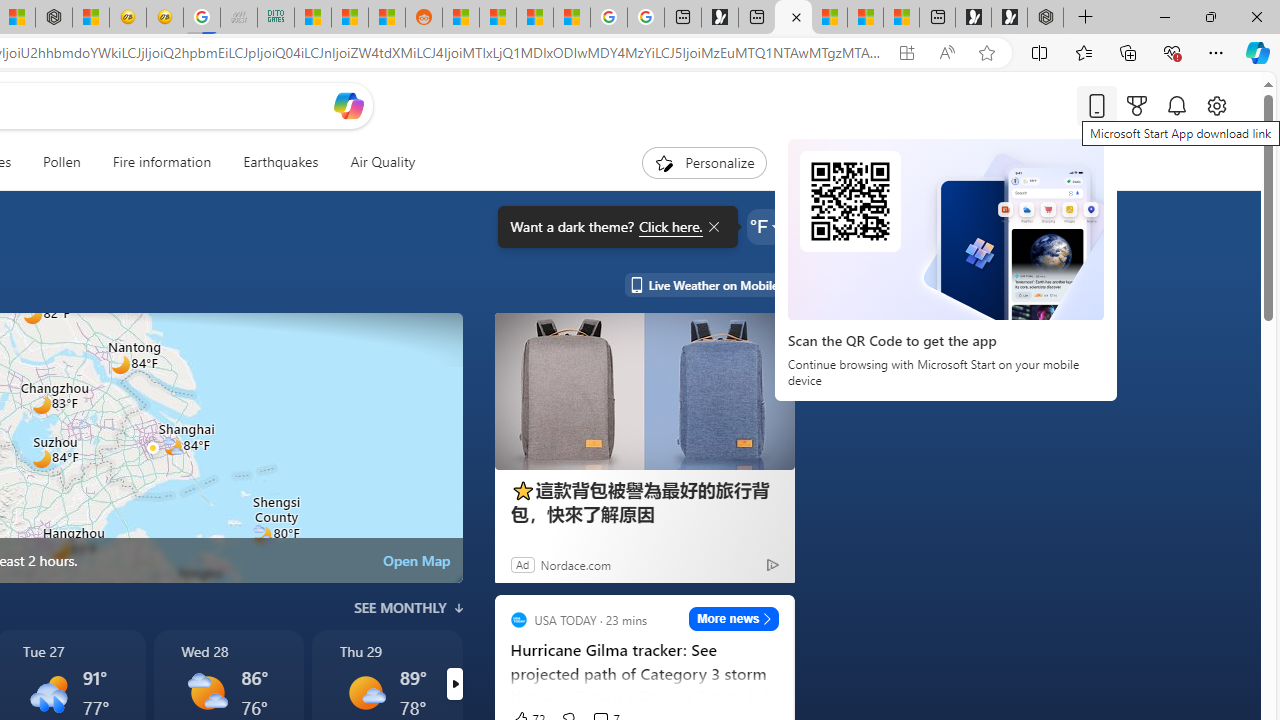 This screenshot has height=720, width=1280. I want to click on 'Nordace - Nordace Siena Is Not An Ordinary Backpack', so click(1044, 17).